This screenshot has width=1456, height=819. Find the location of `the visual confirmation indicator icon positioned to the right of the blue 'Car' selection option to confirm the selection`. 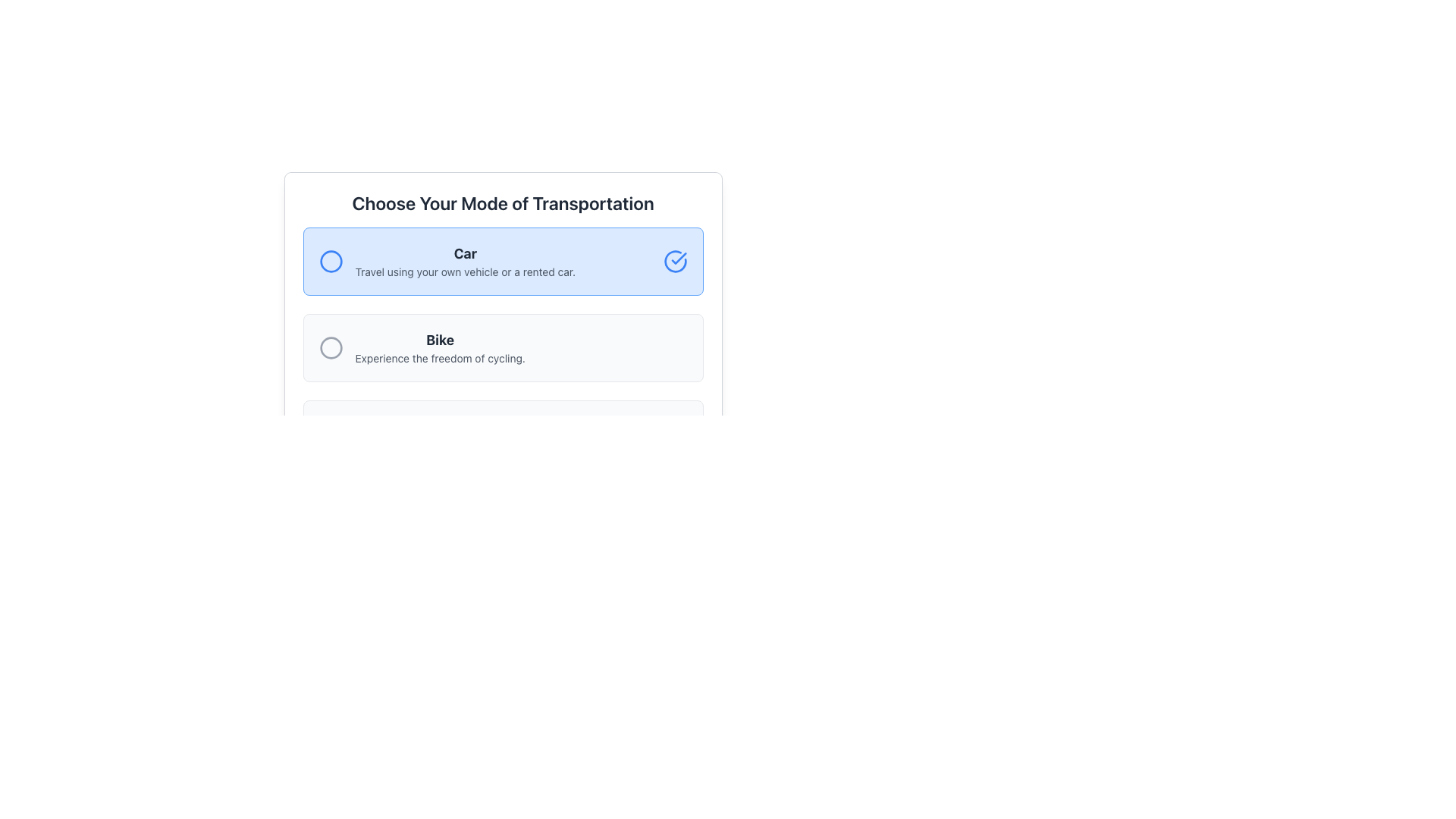

the visual confirmation indicator icon positioned to the right of the blue 'Car' selection option to confirm the selection is located at coordinates (673, 259).